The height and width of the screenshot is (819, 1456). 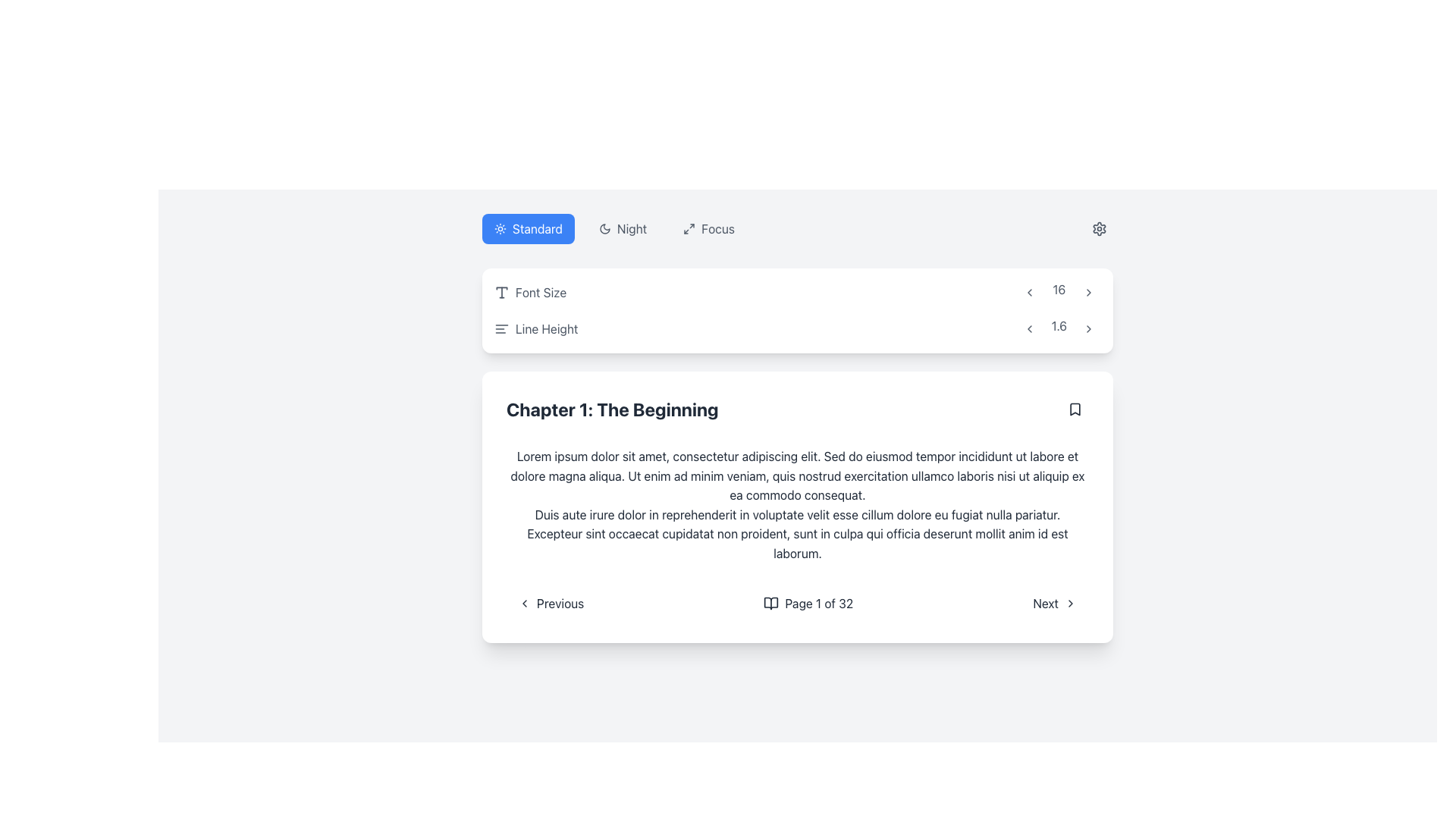 I want to click on the gear-shaped icon in the top-right corner of the interface, so click(x=1099, y=228).